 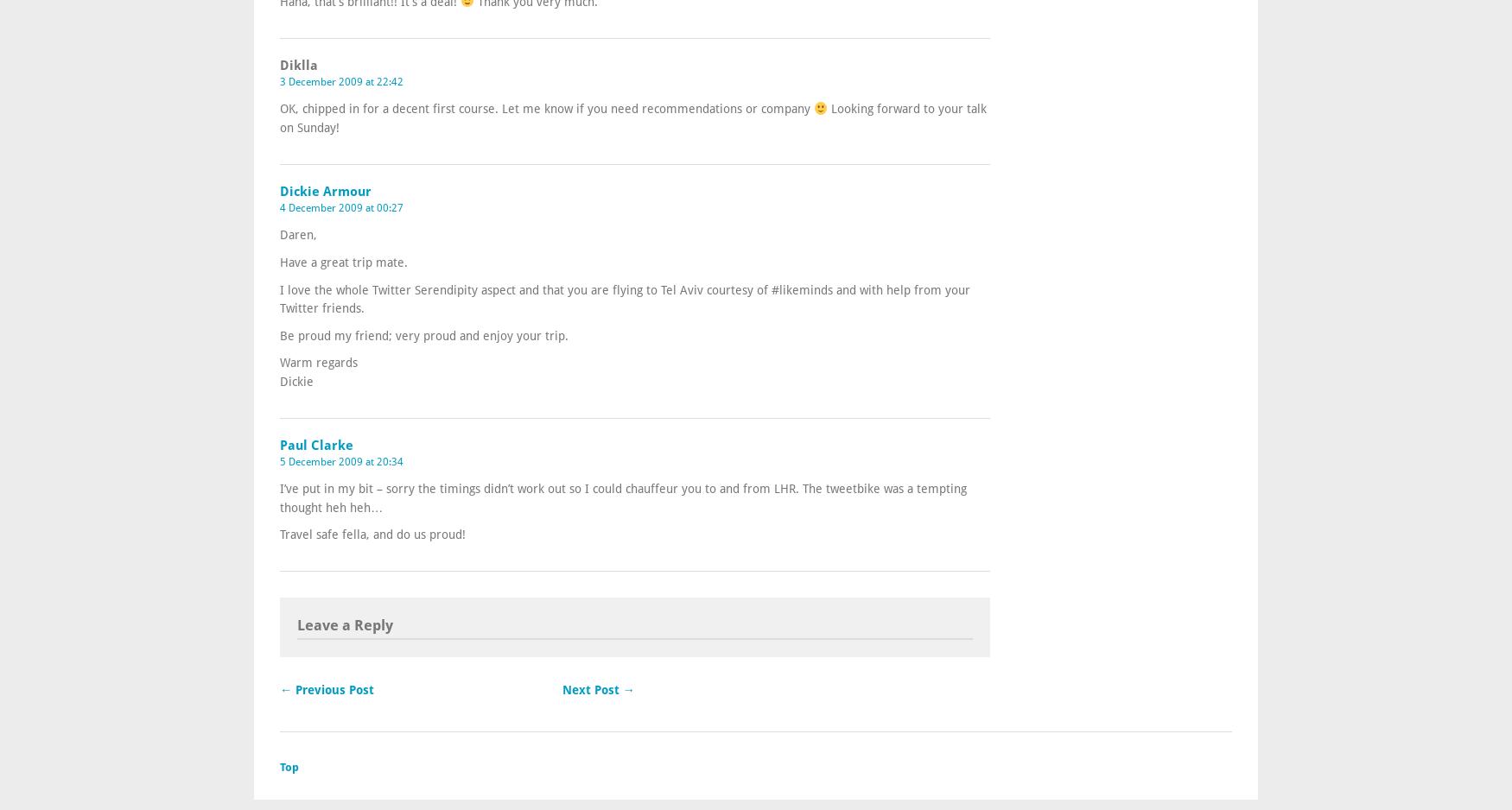 I want to click on '4 December 2009 at 00:27', so click(x=340, y=206).